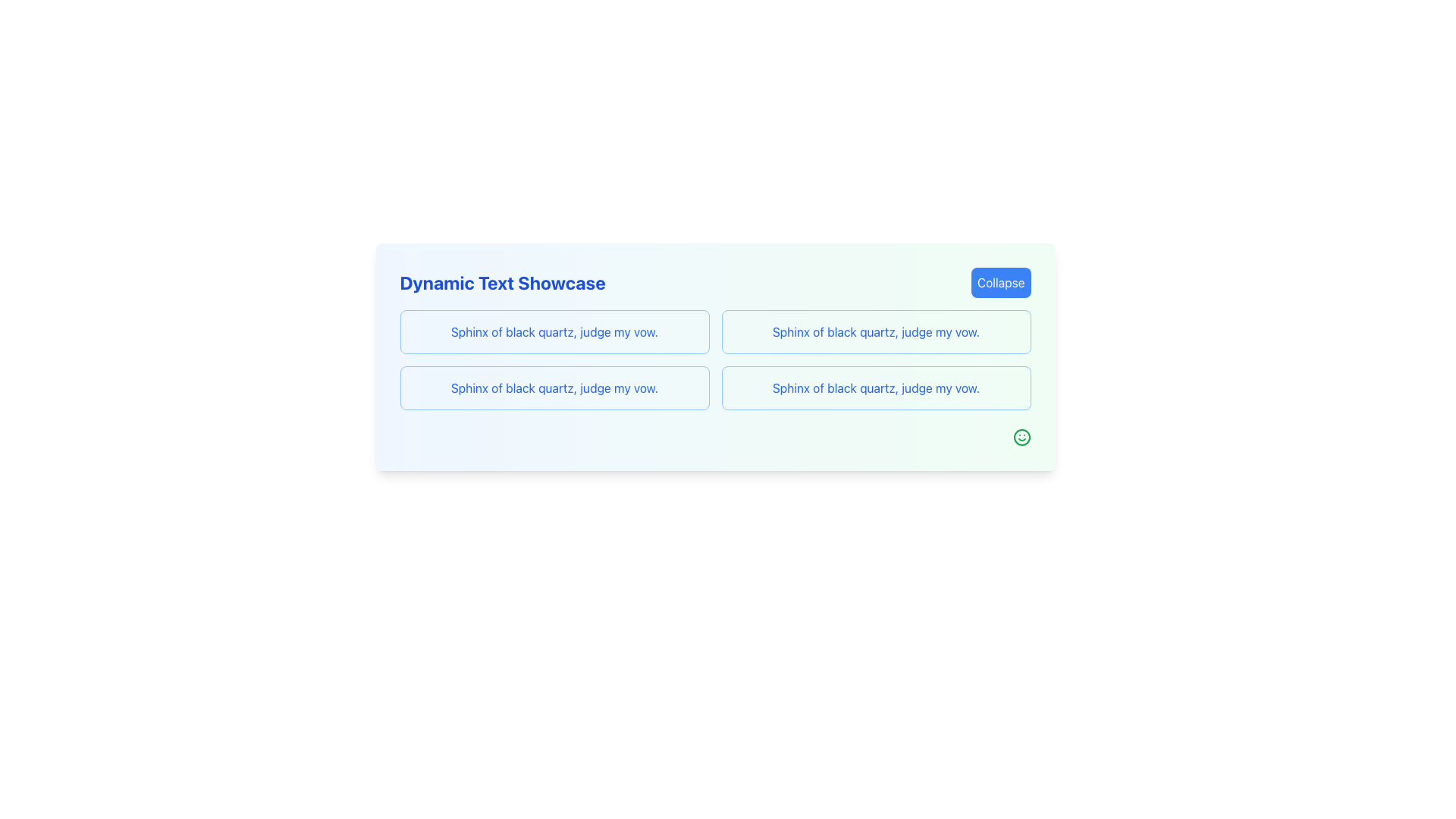 The width and height of the screenshot is (1456, 819). What do you see at coordinates (554, 388) in the screenshot?
I see `the text element displaying 'Sphinx of black quartz, judge my vow.' in bold blue font, located in the middle-left sub-section of the grid layout` at bounding box center [554, 388].